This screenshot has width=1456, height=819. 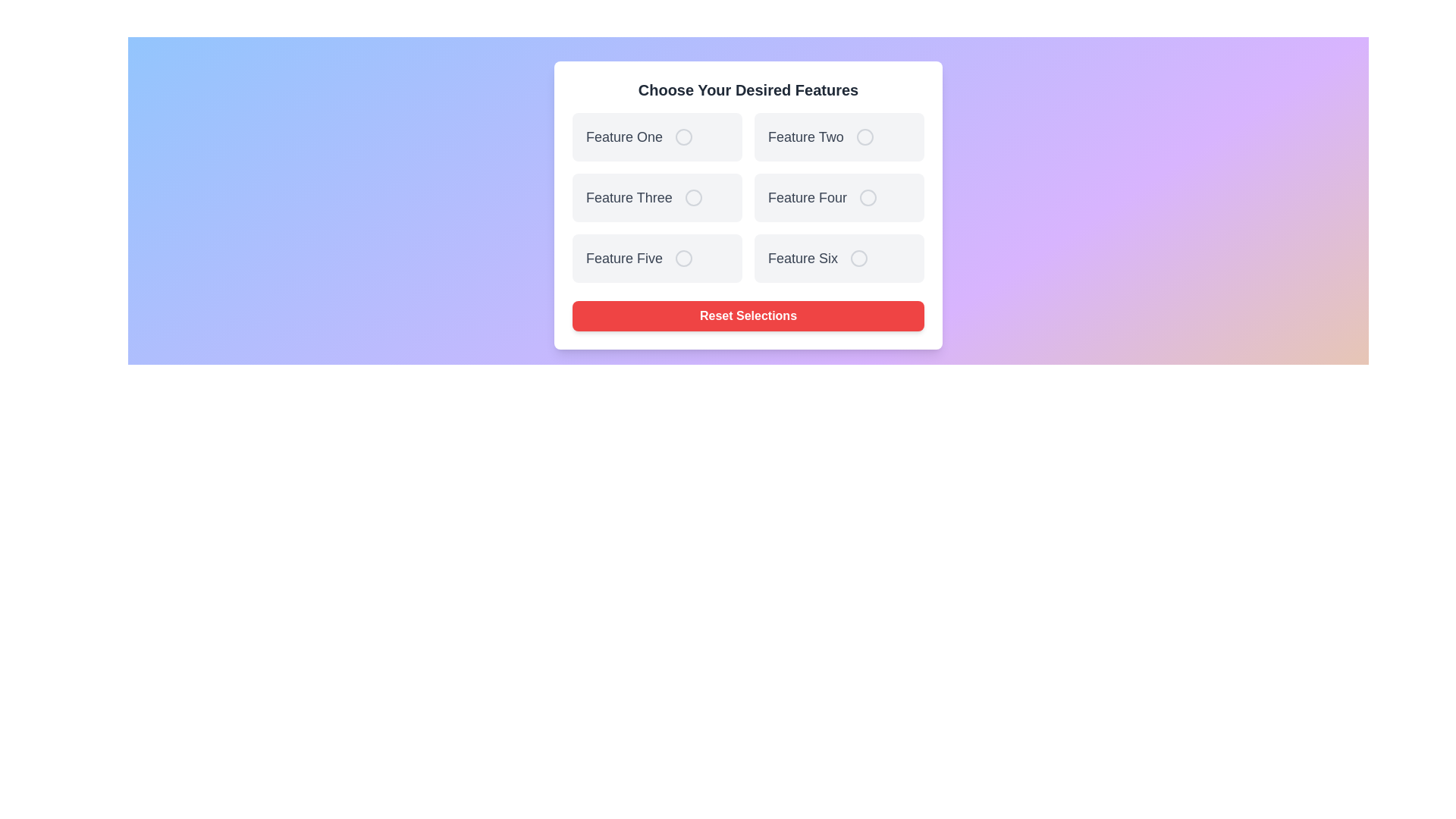 What do you see at coordinates (657, 197) in the screenshot?
I see `the feature card labeled Feature Three to observe visual feedback` at bounding box center [657, 197].